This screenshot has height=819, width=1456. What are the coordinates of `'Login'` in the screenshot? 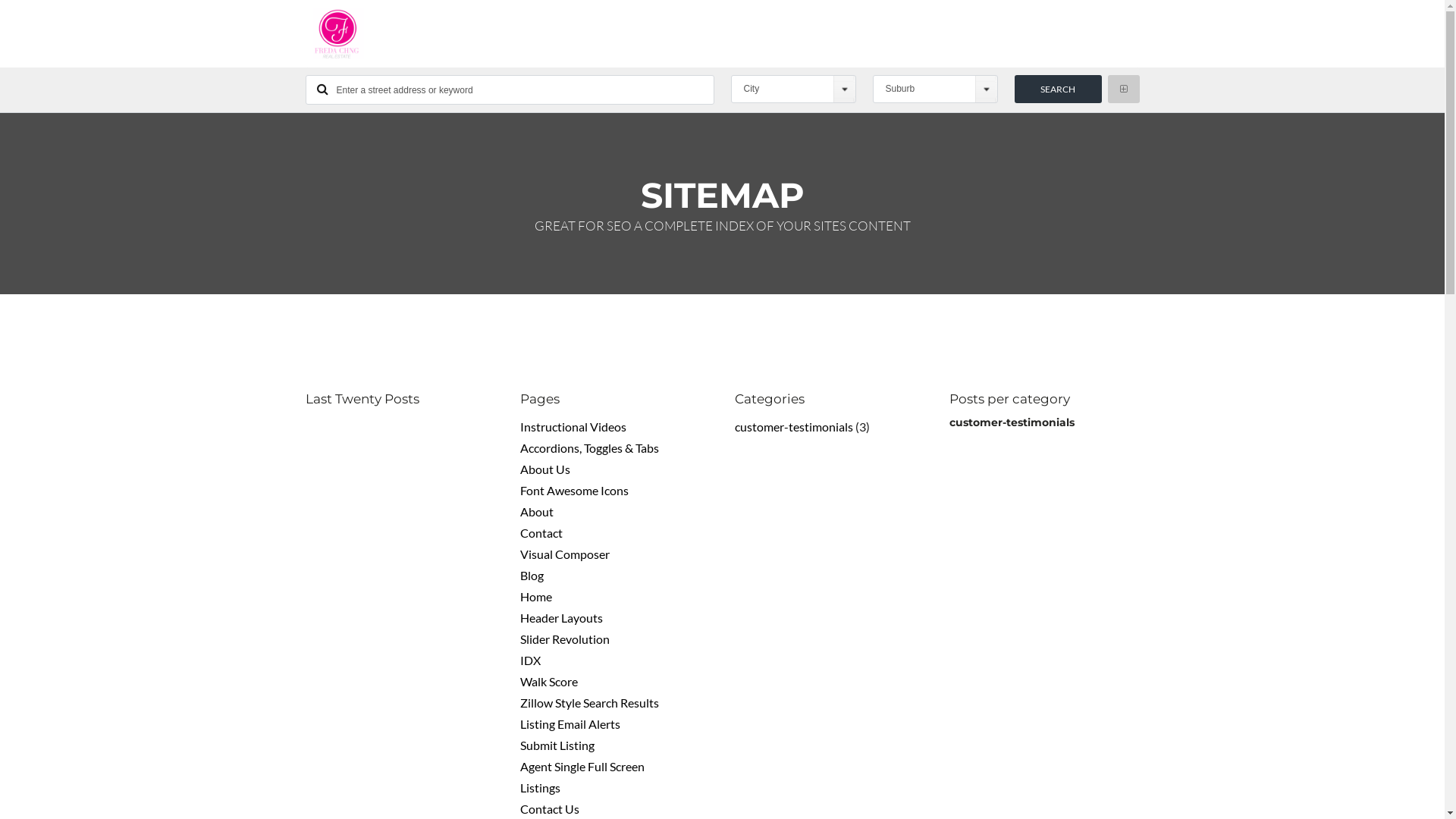 It's located at (677, 607).